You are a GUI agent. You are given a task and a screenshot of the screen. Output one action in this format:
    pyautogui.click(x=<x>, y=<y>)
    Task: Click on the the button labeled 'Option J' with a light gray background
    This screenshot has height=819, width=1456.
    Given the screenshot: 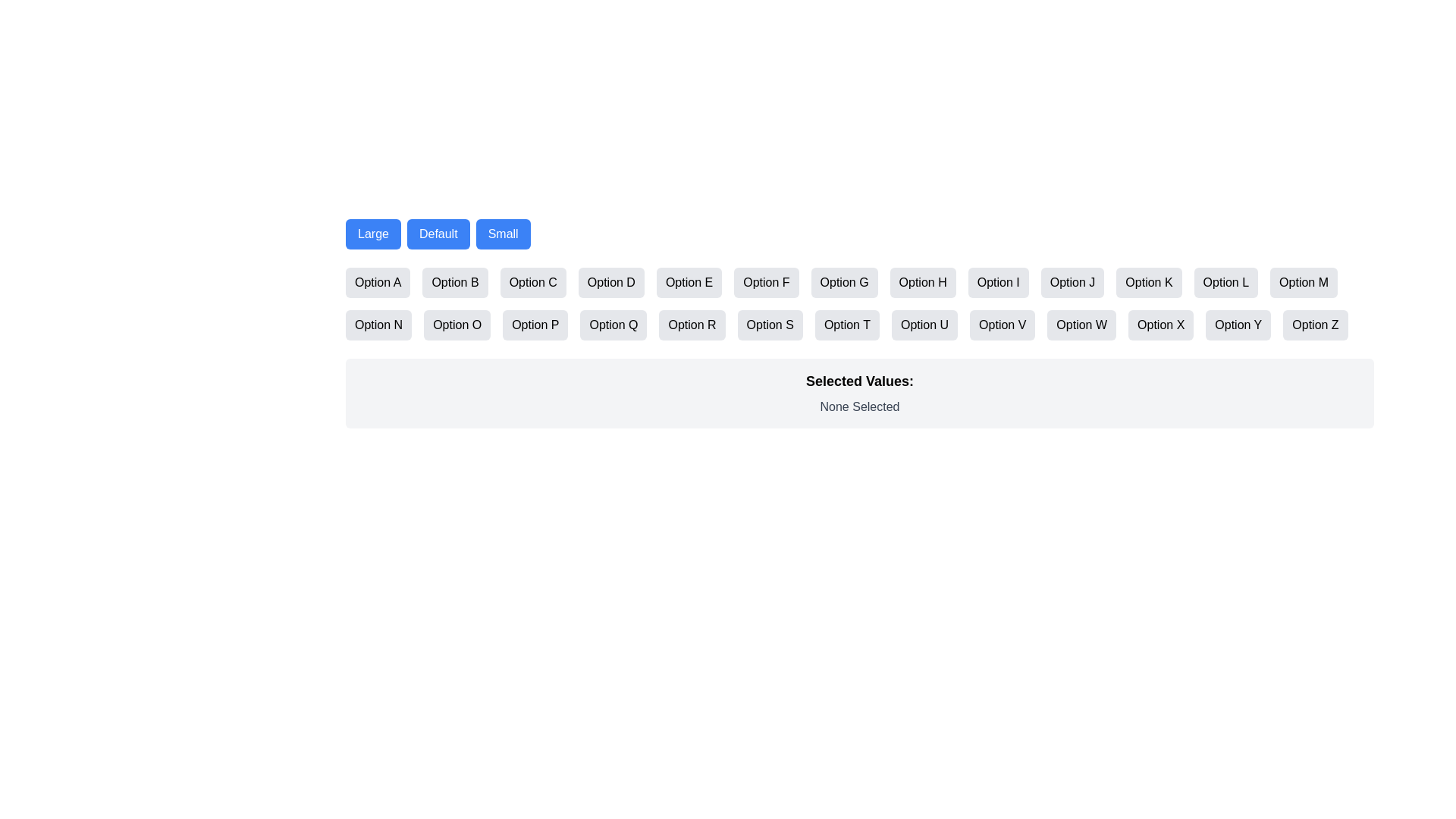 What is the action you would take?
    pyautogui.click(x=1072, y=283)
    